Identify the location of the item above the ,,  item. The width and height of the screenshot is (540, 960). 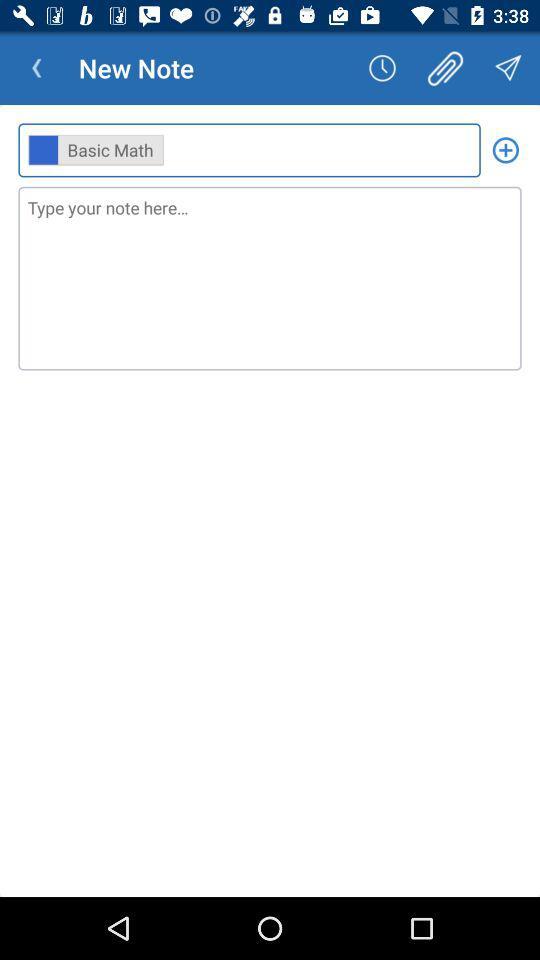
(382, 68).